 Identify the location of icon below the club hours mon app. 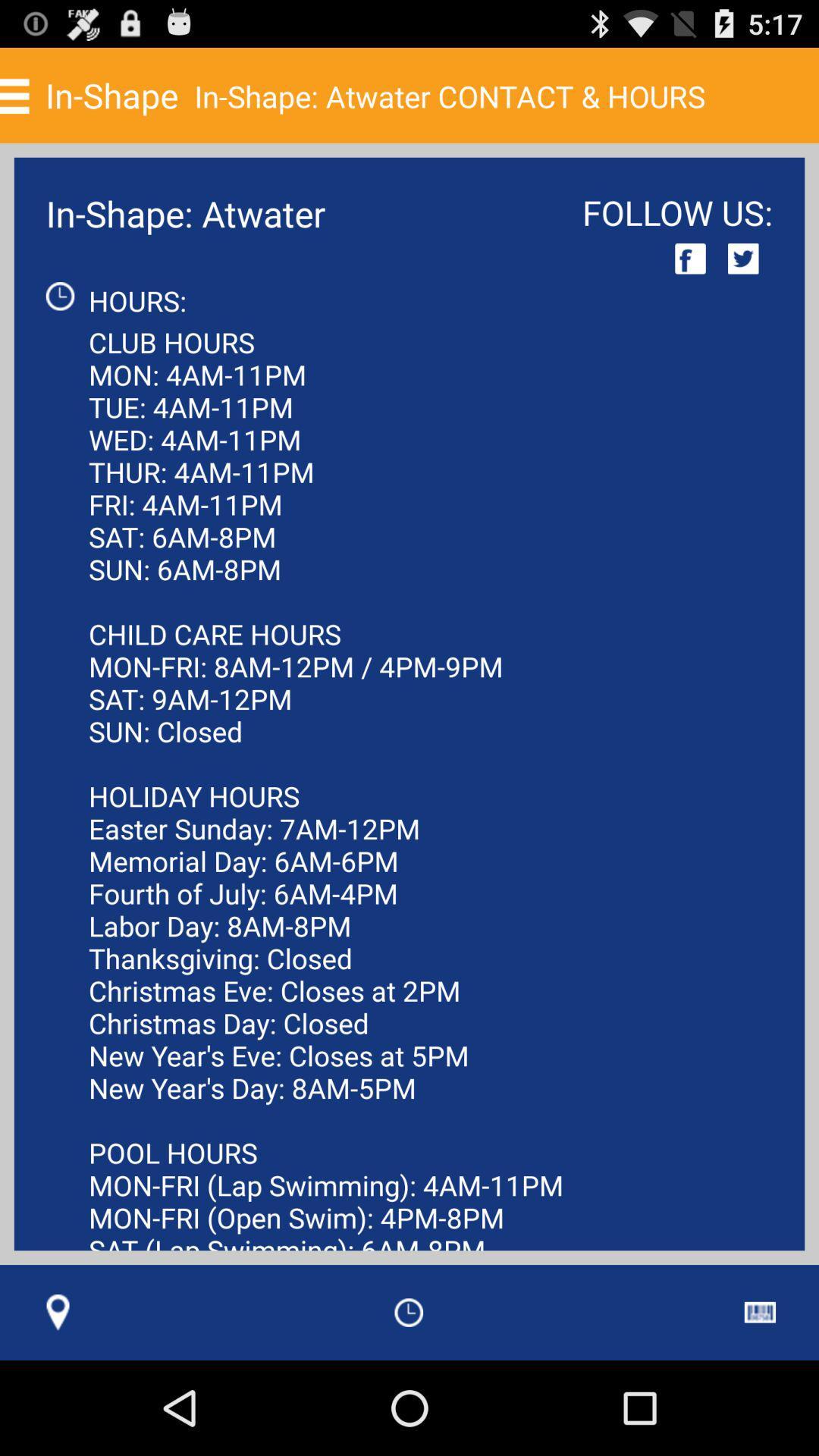
(57, 1312).